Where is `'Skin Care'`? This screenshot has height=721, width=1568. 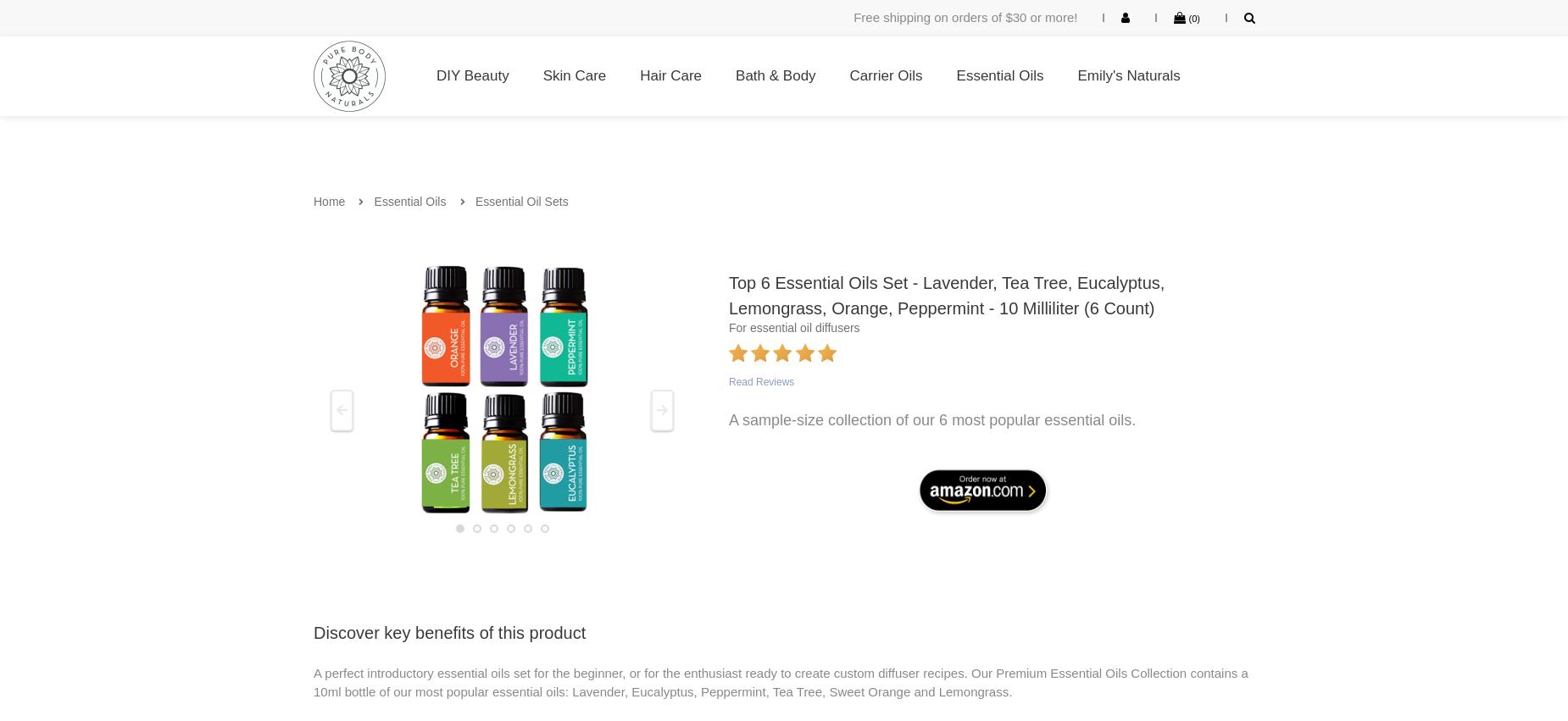
'Skin Care' is located at coordinates (574, 74).